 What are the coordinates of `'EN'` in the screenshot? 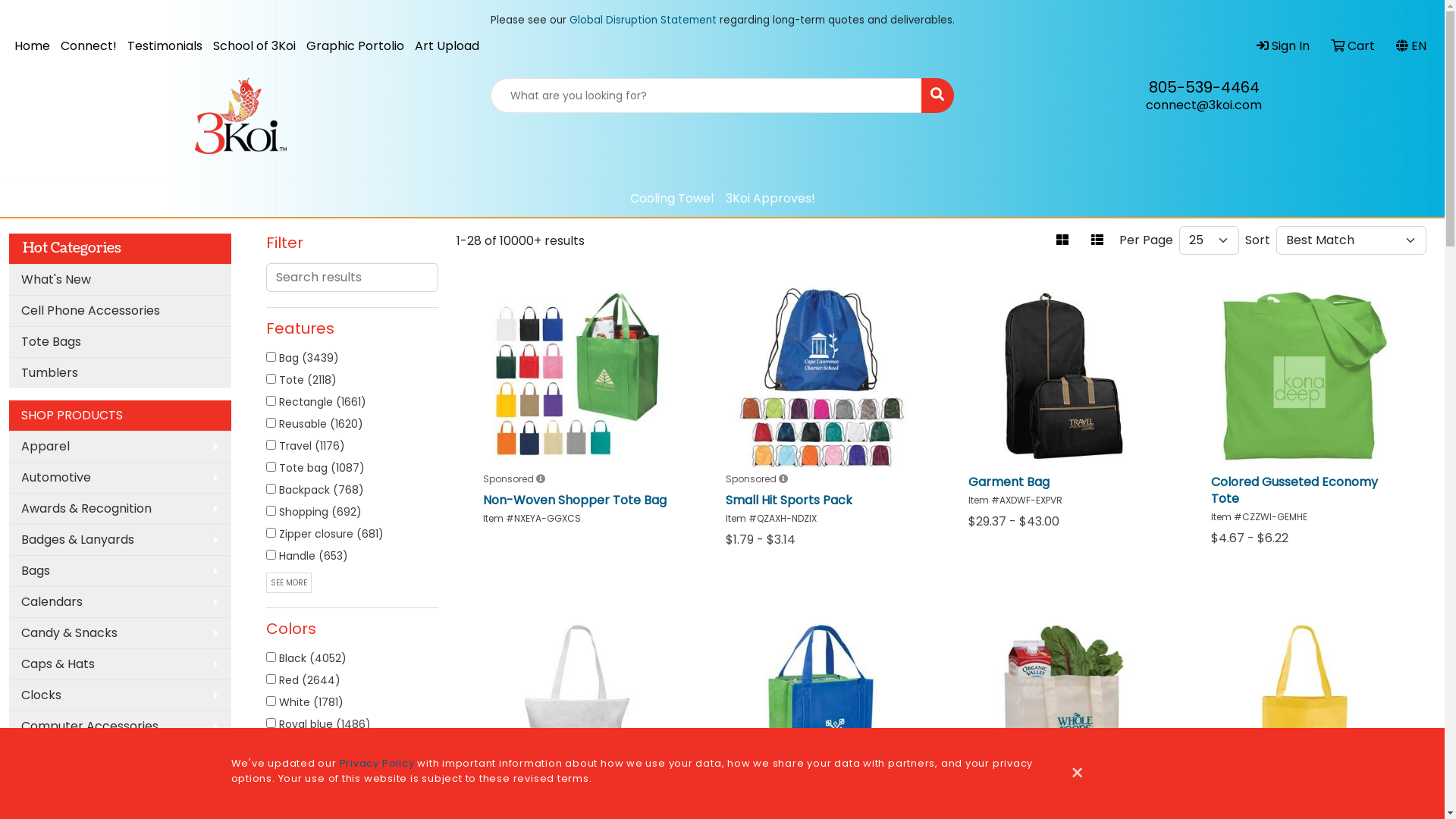 It's located at (1410, 45).